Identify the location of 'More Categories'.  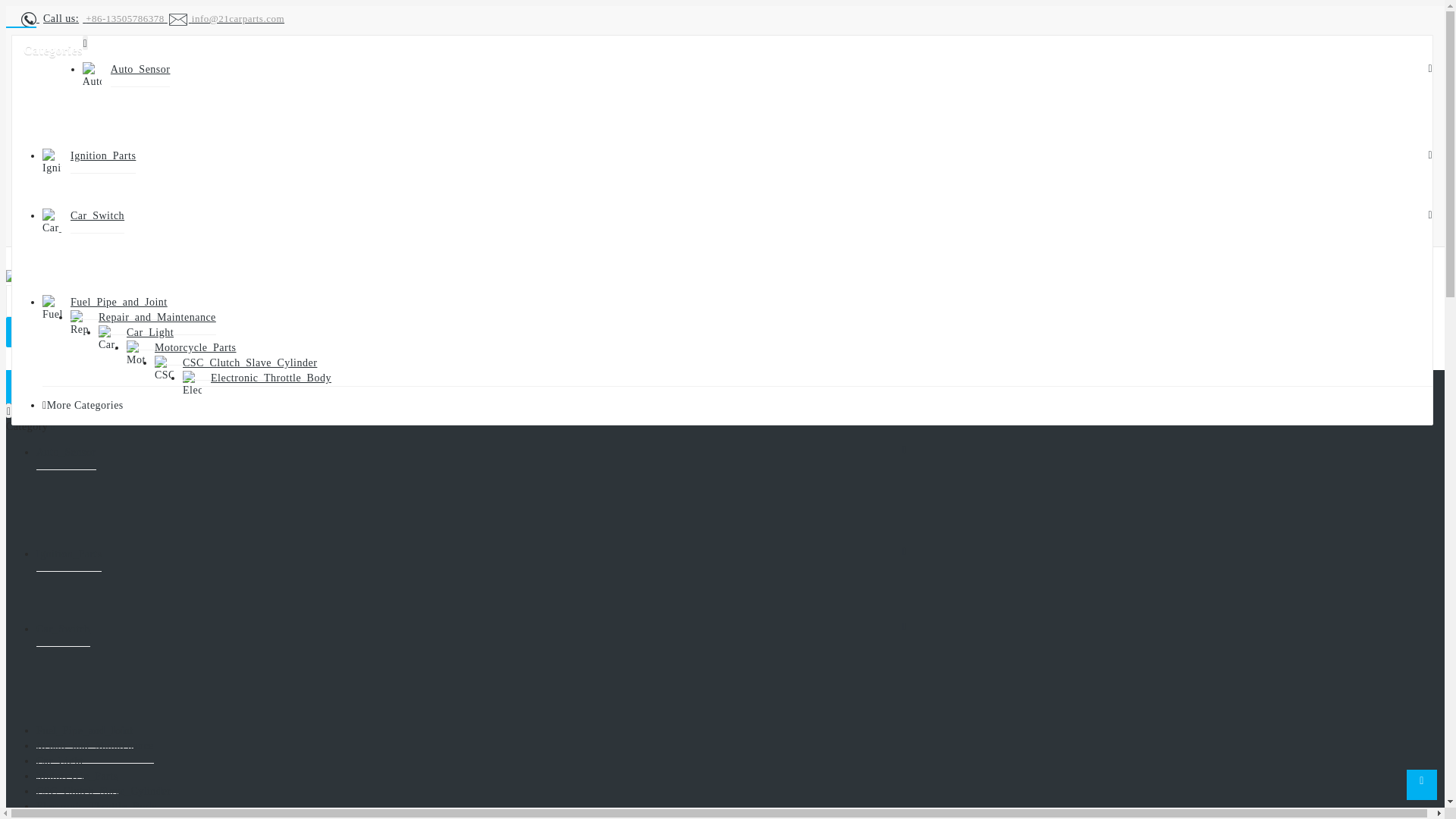
(84, 404).